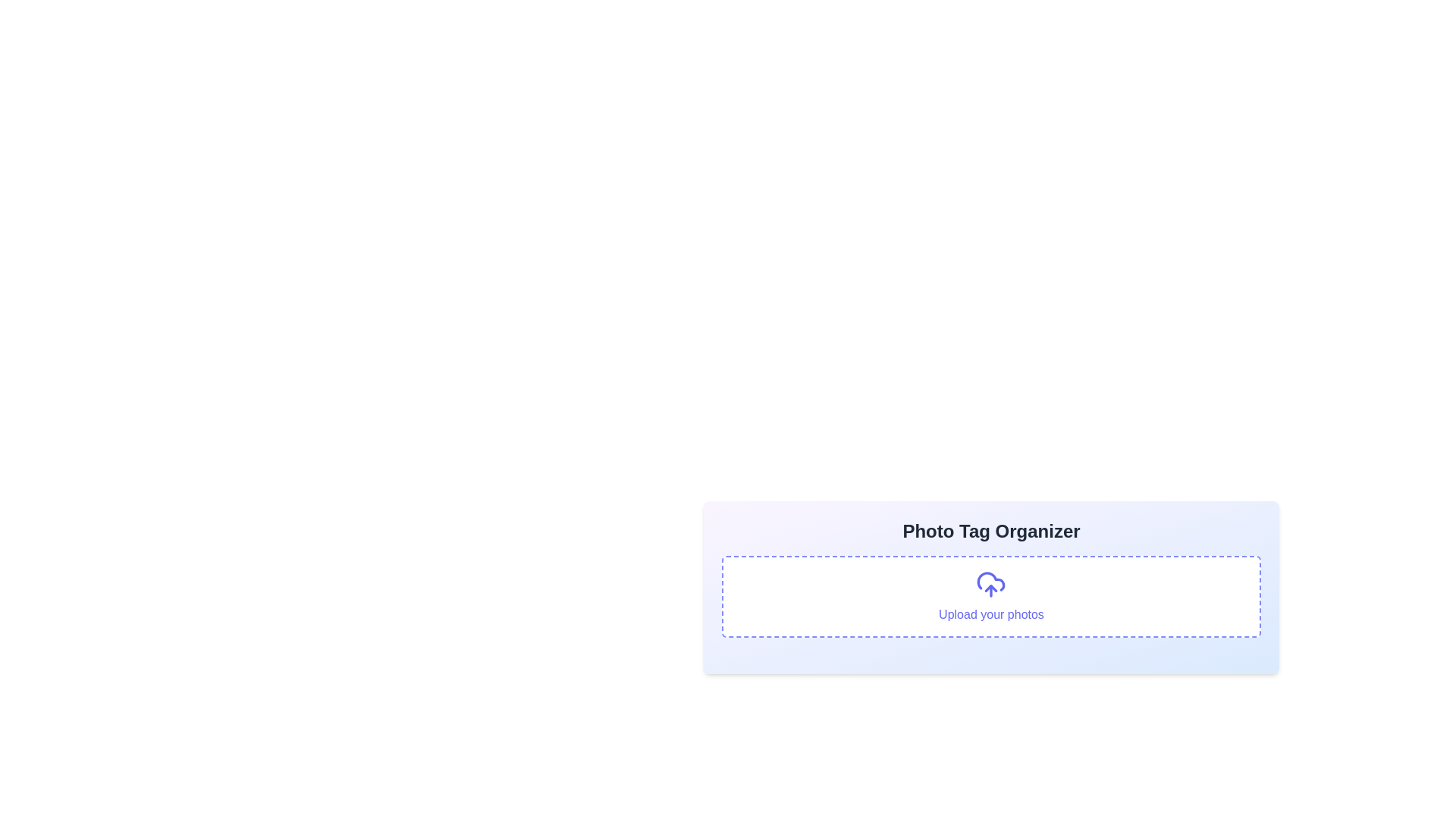  Describe the element at coordinates (991, 581) in the screenshot. I see `the area above the text label 'Upload your photos', which is centered within the dashed border area of the 'Photo Tag Organizer' section` at that location.